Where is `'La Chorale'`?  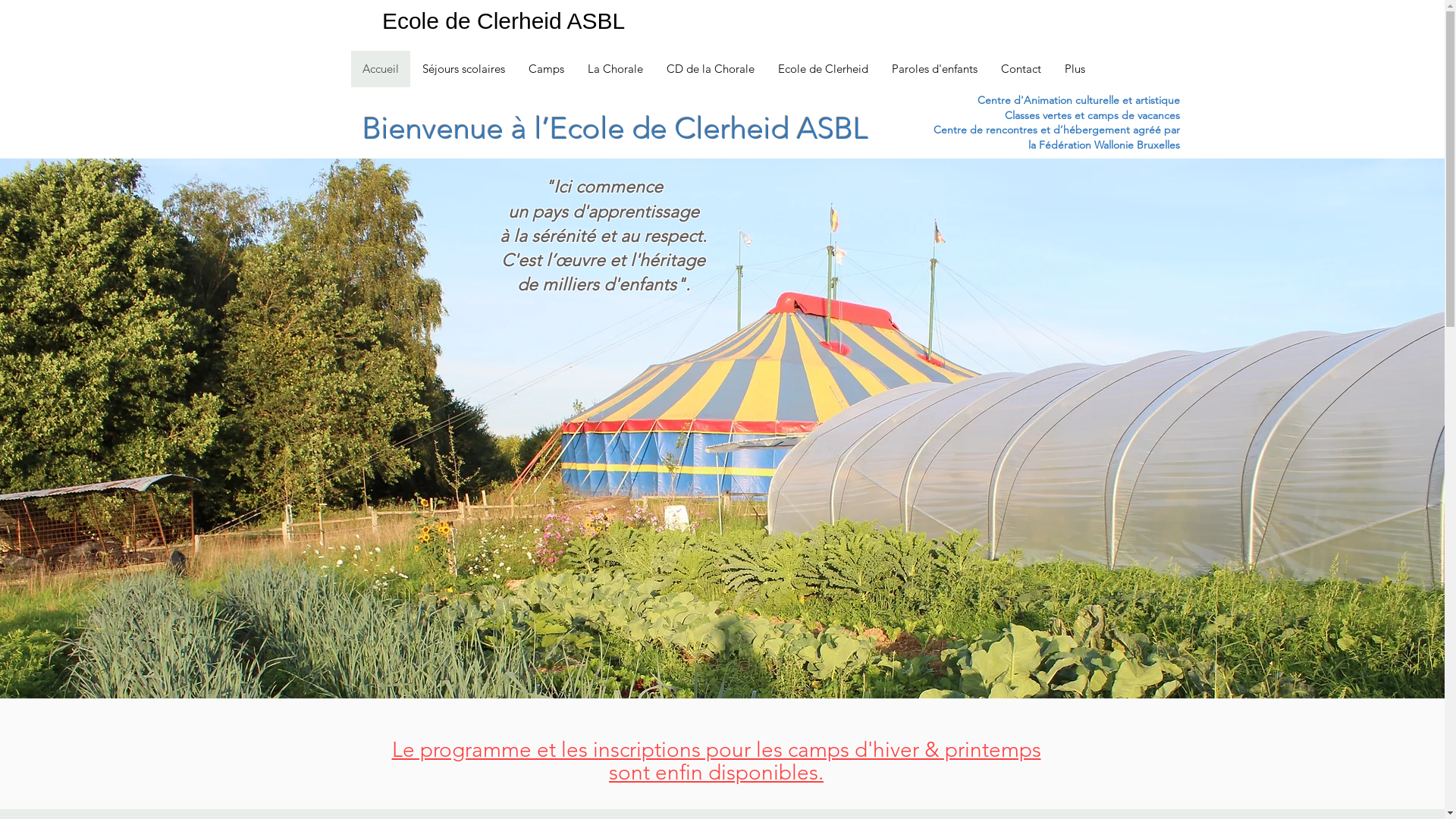
'La Chorale' is located at coordinates (614, 69).